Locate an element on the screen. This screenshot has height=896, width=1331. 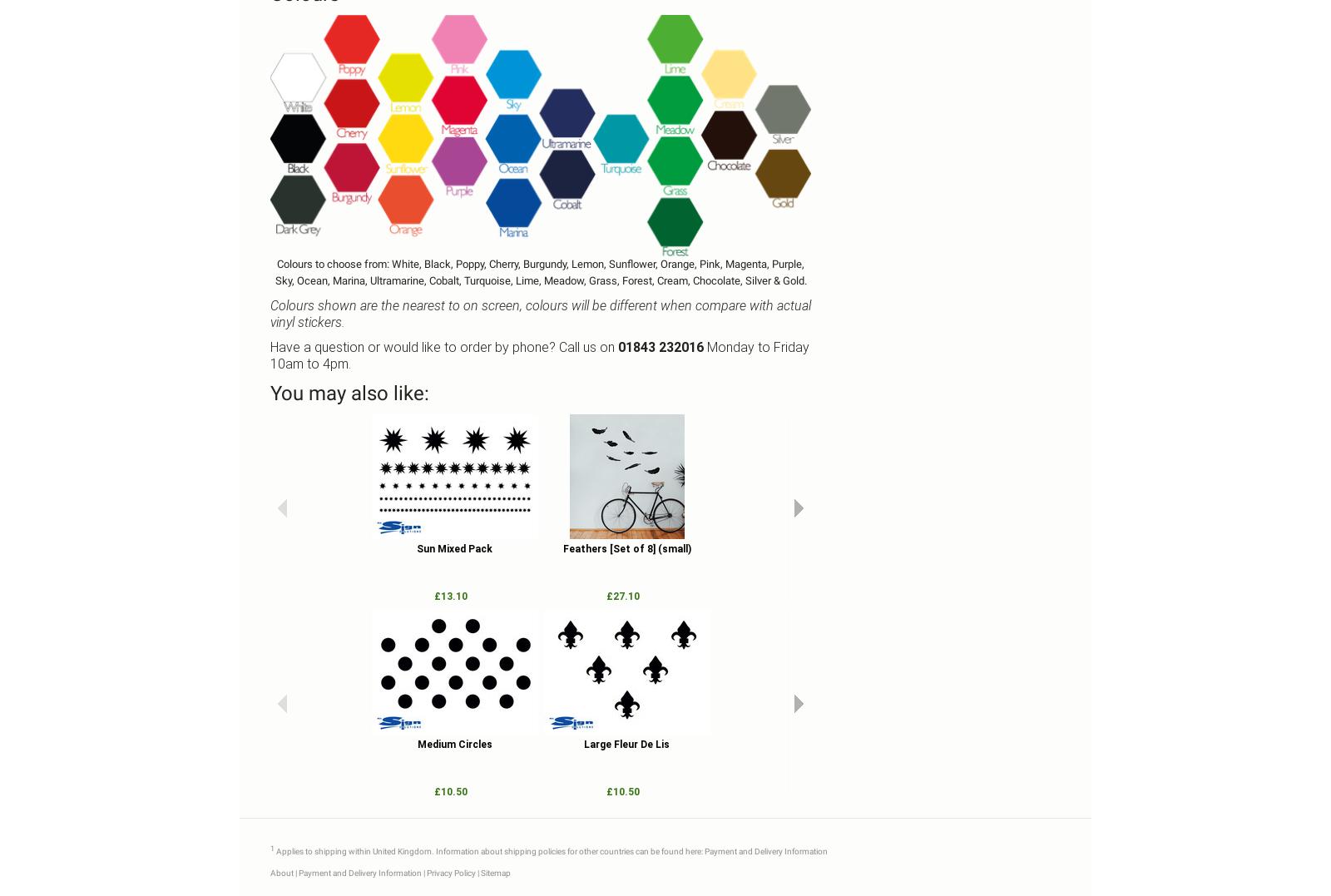
'Colours to choose from: White, Black, Poppy, Cherry, Burgundy, Lemon, Sunflower, Orange, Pink, Magenta, Purple, Sky, Ocean, Marina, Ultramarine, Cobalt, Turquoise, Lime, Meadow, Grass, Forest, Cream, Chocolate, Silver & Gold.' is located at coordinates (540, 271).